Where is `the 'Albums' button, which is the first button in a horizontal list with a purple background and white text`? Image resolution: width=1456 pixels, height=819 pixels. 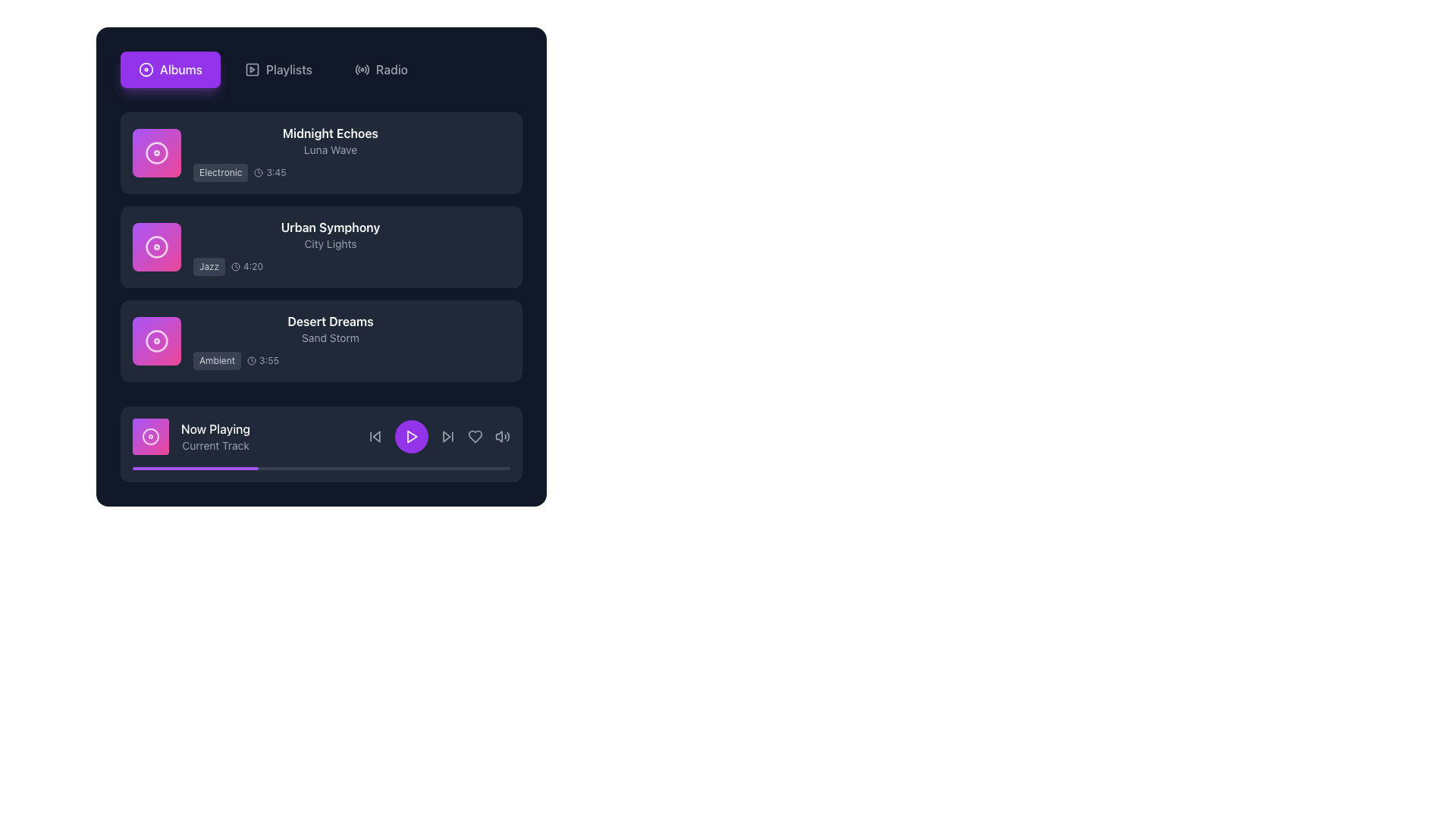
the 'Albums' button, which is the first button in a horizontal list with a purple background and white text is located at coordinates (171, 70).